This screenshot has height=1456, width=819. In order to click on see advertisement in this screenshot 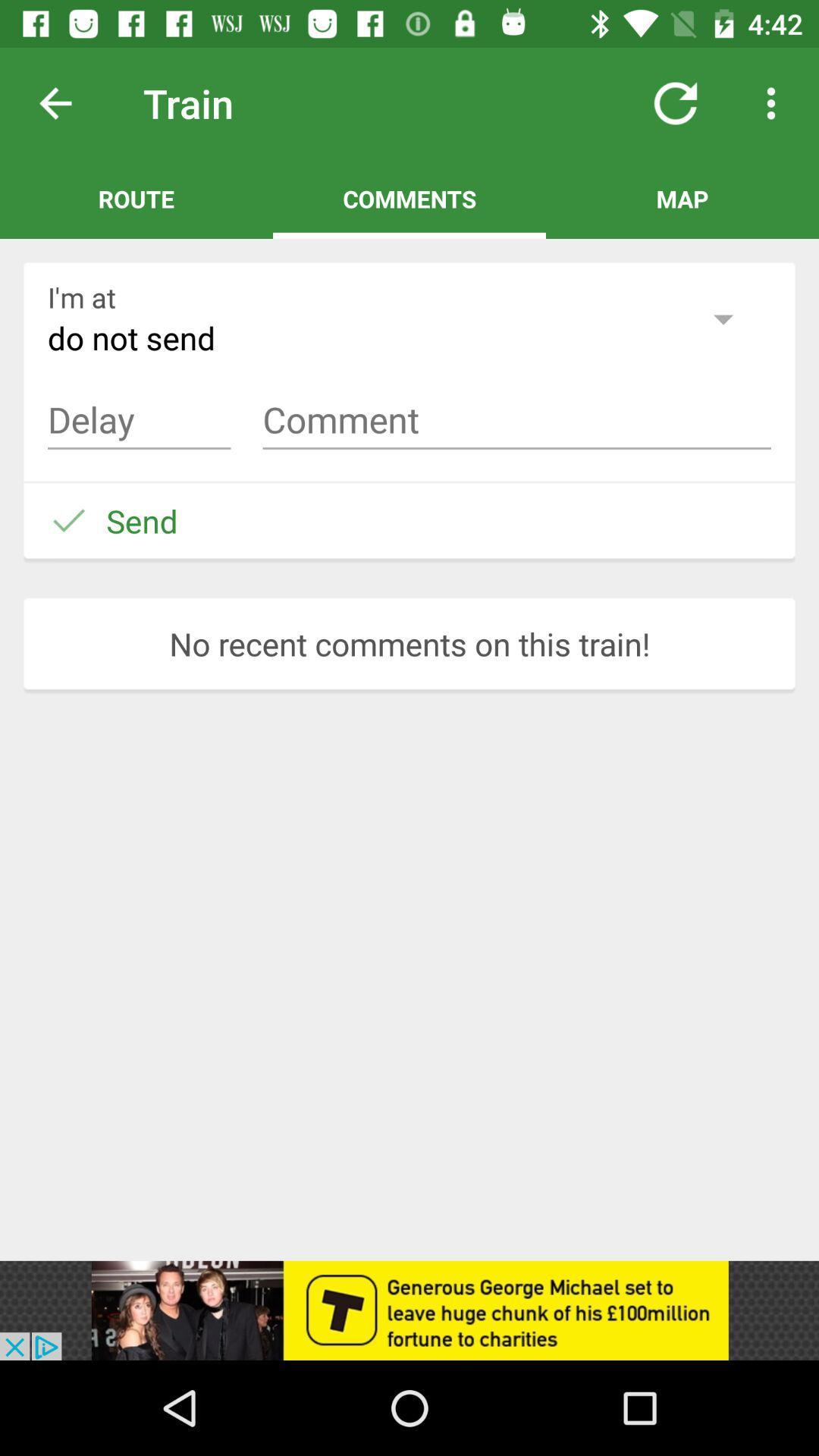, I will do `click(409, 1310)`.